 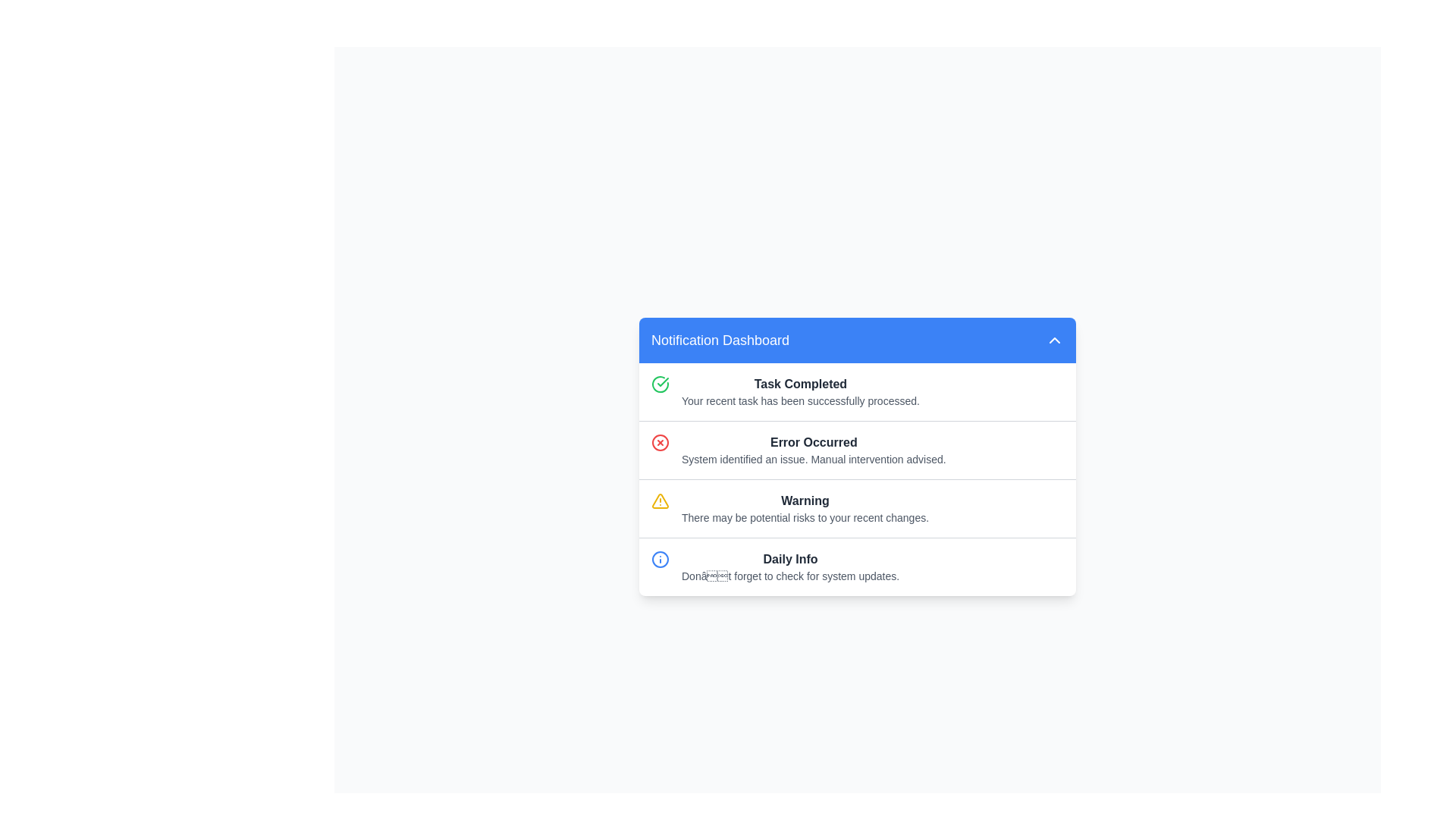 What do you see at coordinates (789, 566) in the screenshot?
I see `the 'Daily Info' notification text block in the Notification Dashboard` at bounding box center [789, 566].